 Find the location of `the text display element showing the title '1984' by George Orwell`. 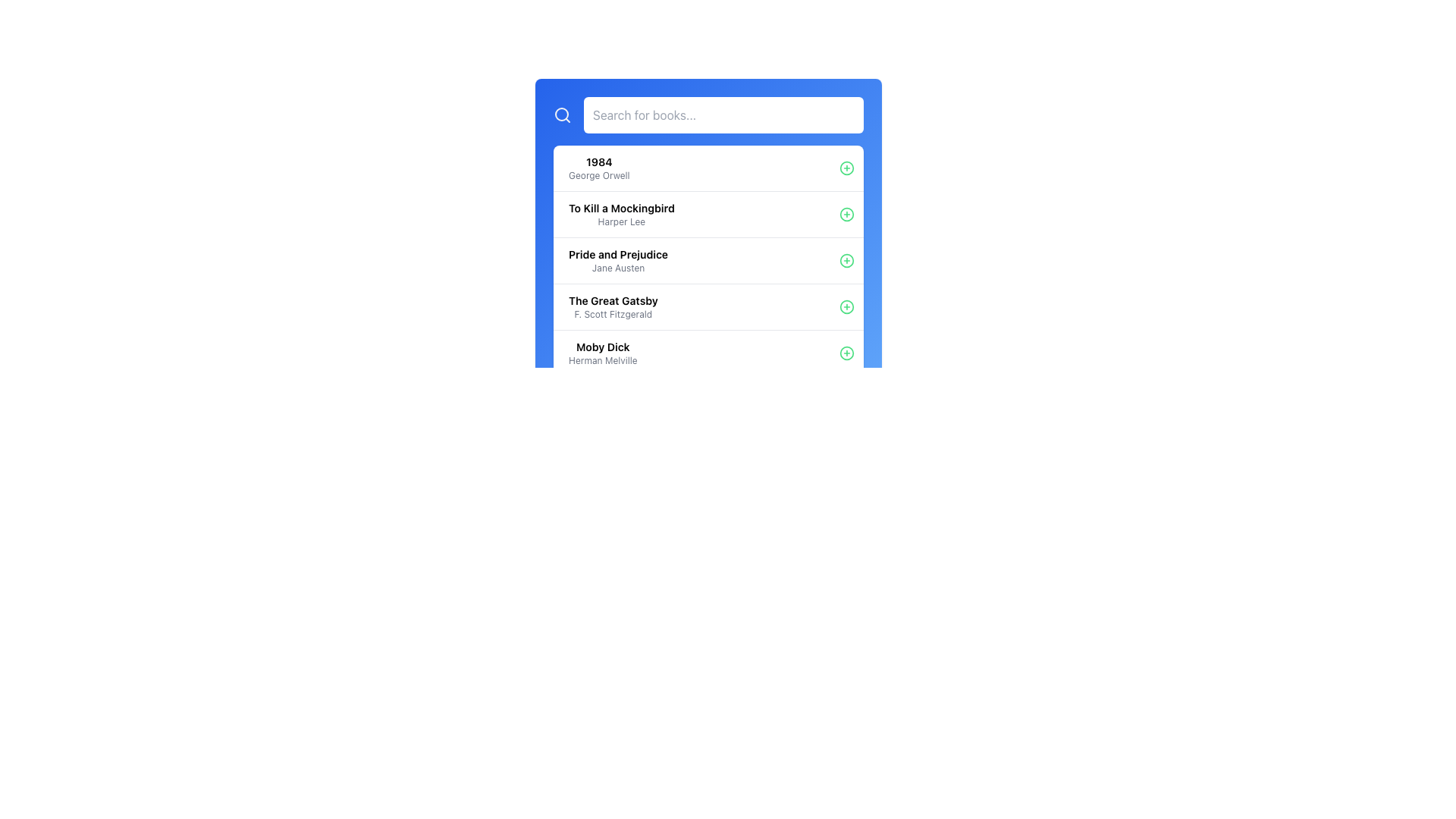

the text display element showing the title '1984' by George Orwell is located at coordinates (598, 168).